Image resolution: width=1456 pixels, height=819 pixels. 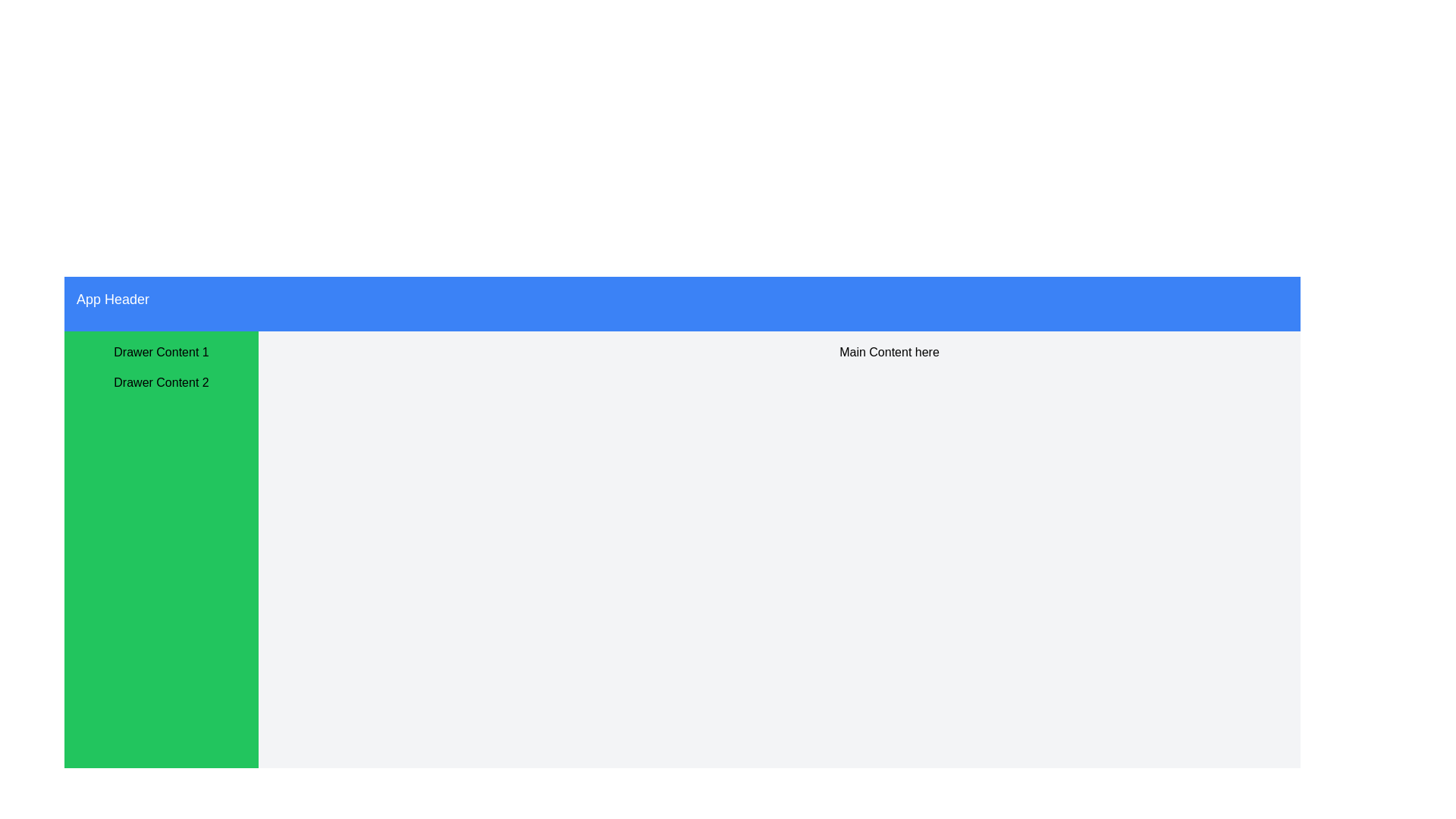 What do you see at coordinates (161, 382) in the screenshot?
I see `the label displaying 'Drawer Content 2' in bold black text over a green background` at bounding box center [161, 382].